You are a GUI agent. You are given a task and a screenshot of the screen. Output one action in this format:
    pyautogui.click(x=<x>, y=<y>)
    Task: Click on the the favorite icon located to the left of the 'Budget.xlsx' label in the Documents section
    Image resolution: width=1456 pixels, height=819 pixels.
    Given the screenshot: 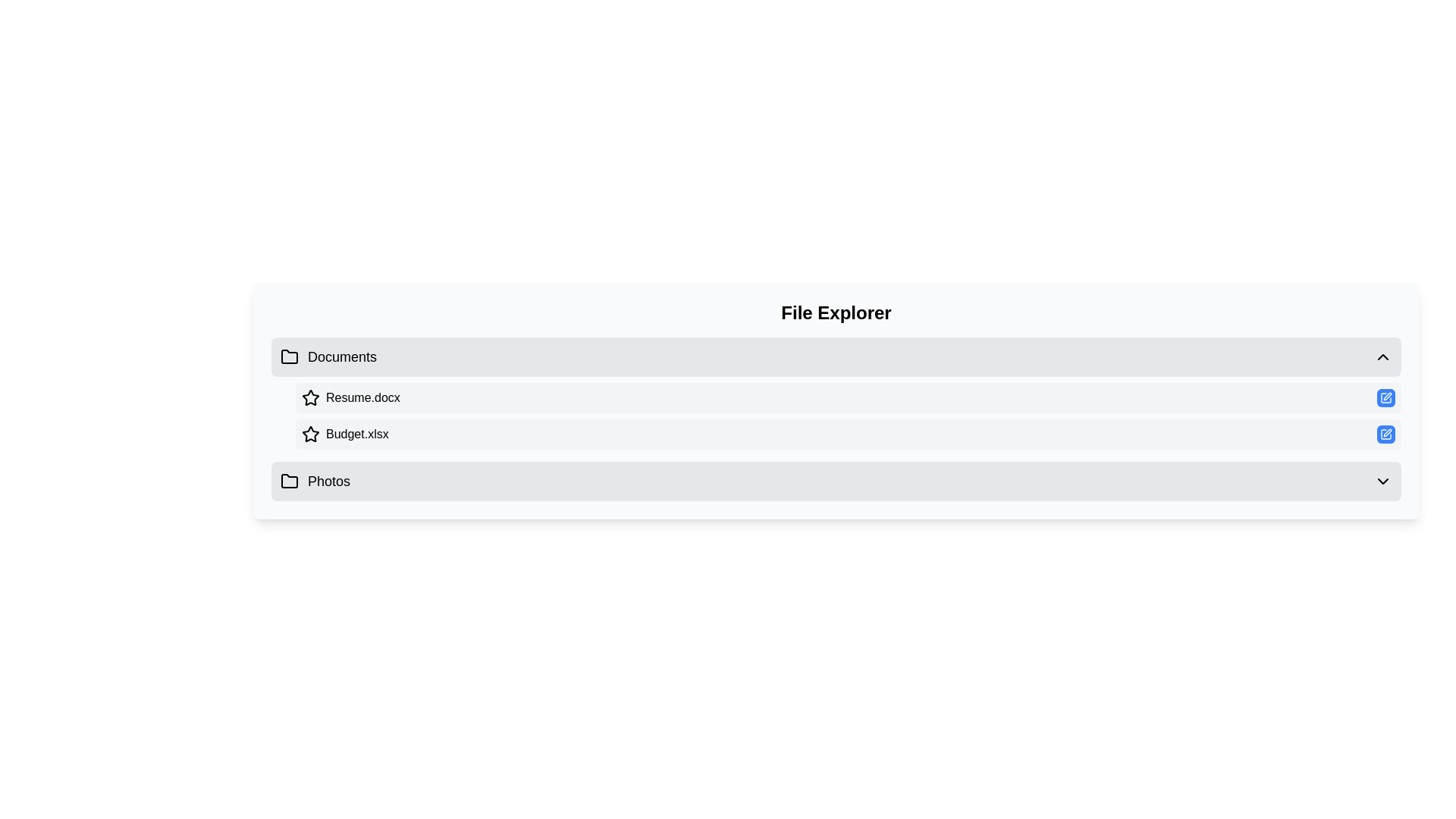 What is the action you would take?
    pyautogui.click(x=309, y=435)
    